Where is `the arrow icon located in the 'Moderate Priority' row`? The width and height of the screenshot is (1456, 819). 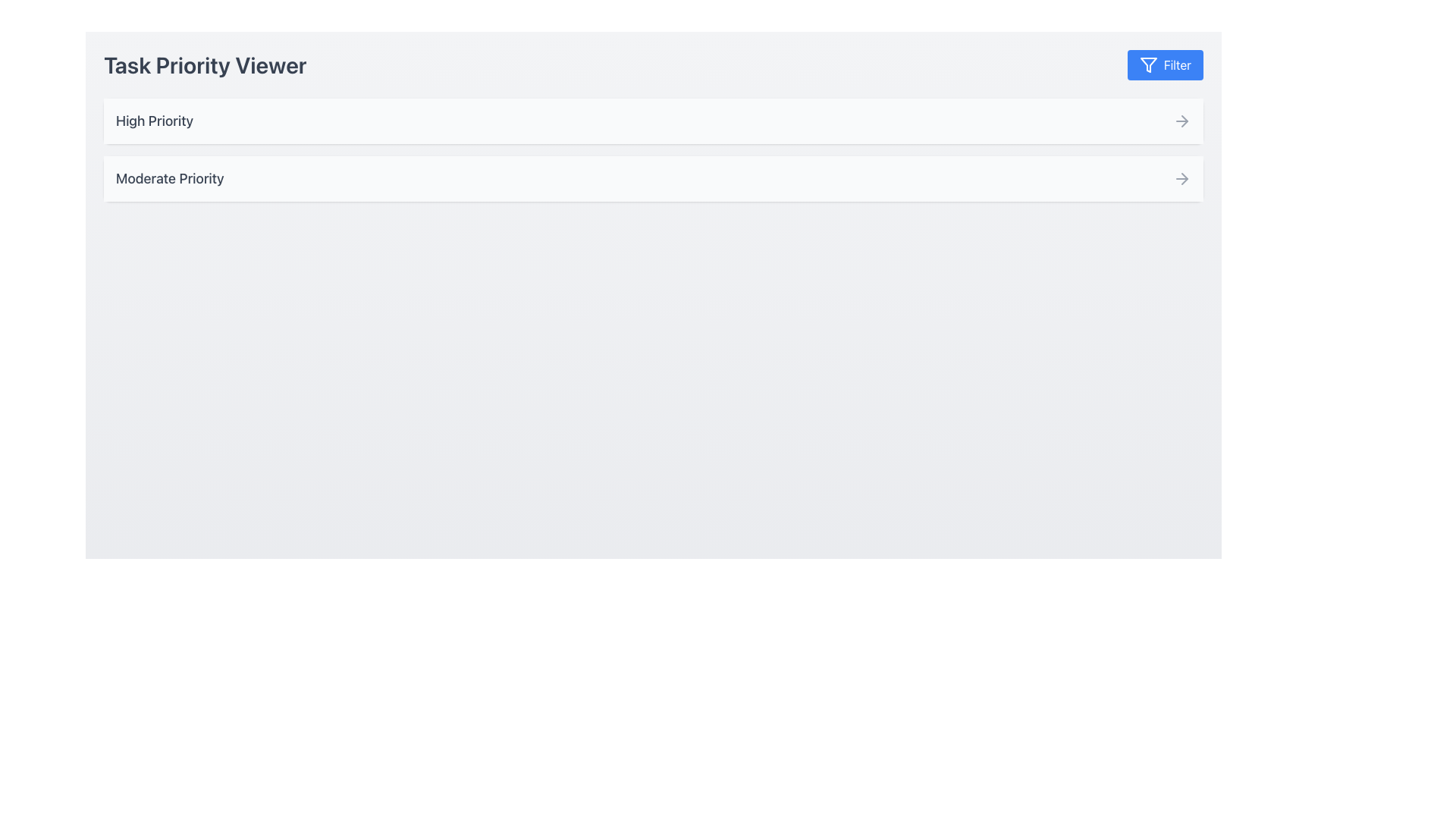
the arrow icon located in the 'Moderate Priority' row is located at coordinates (1181, 177).